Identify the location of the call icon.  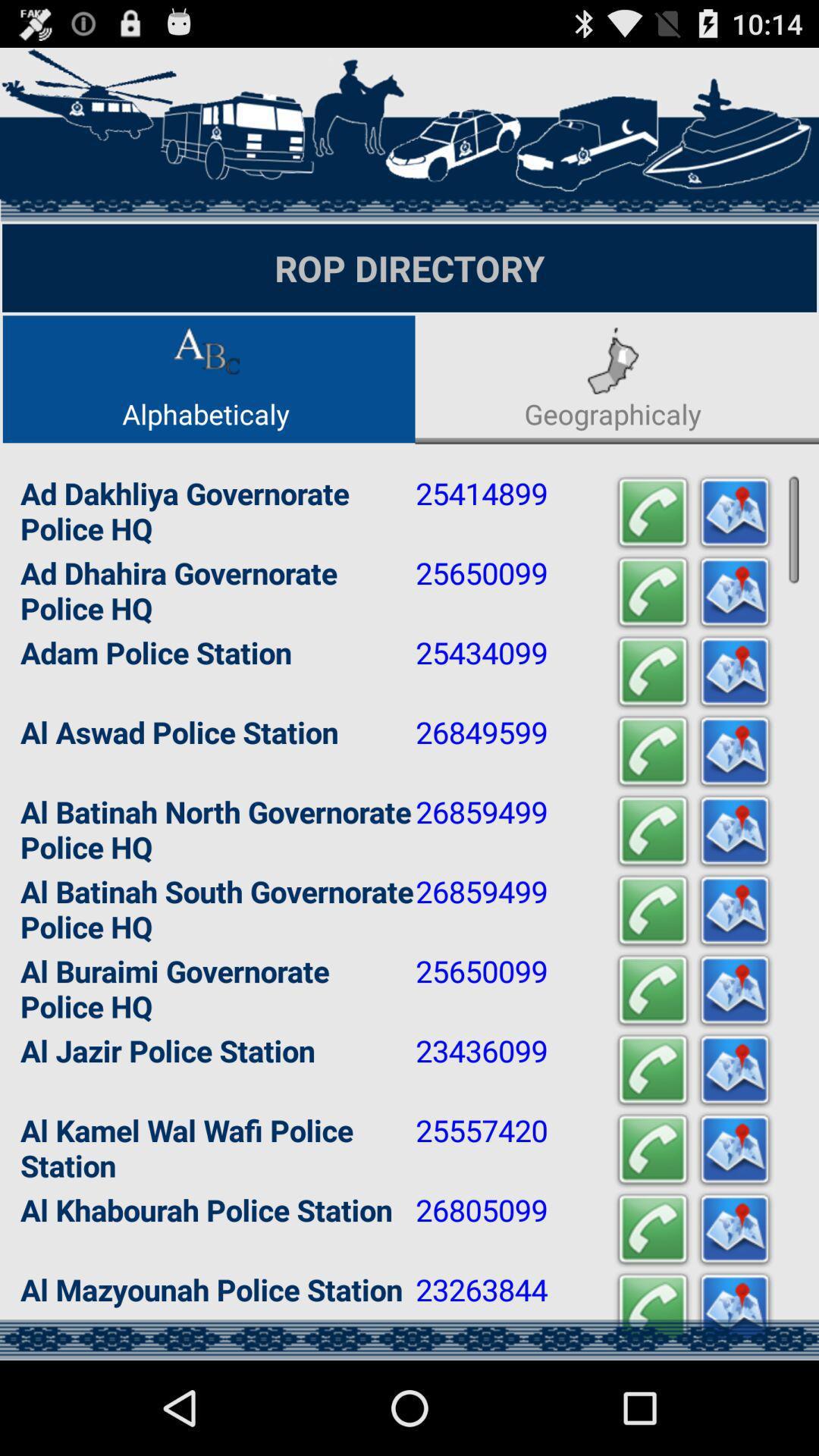
(651, 804).